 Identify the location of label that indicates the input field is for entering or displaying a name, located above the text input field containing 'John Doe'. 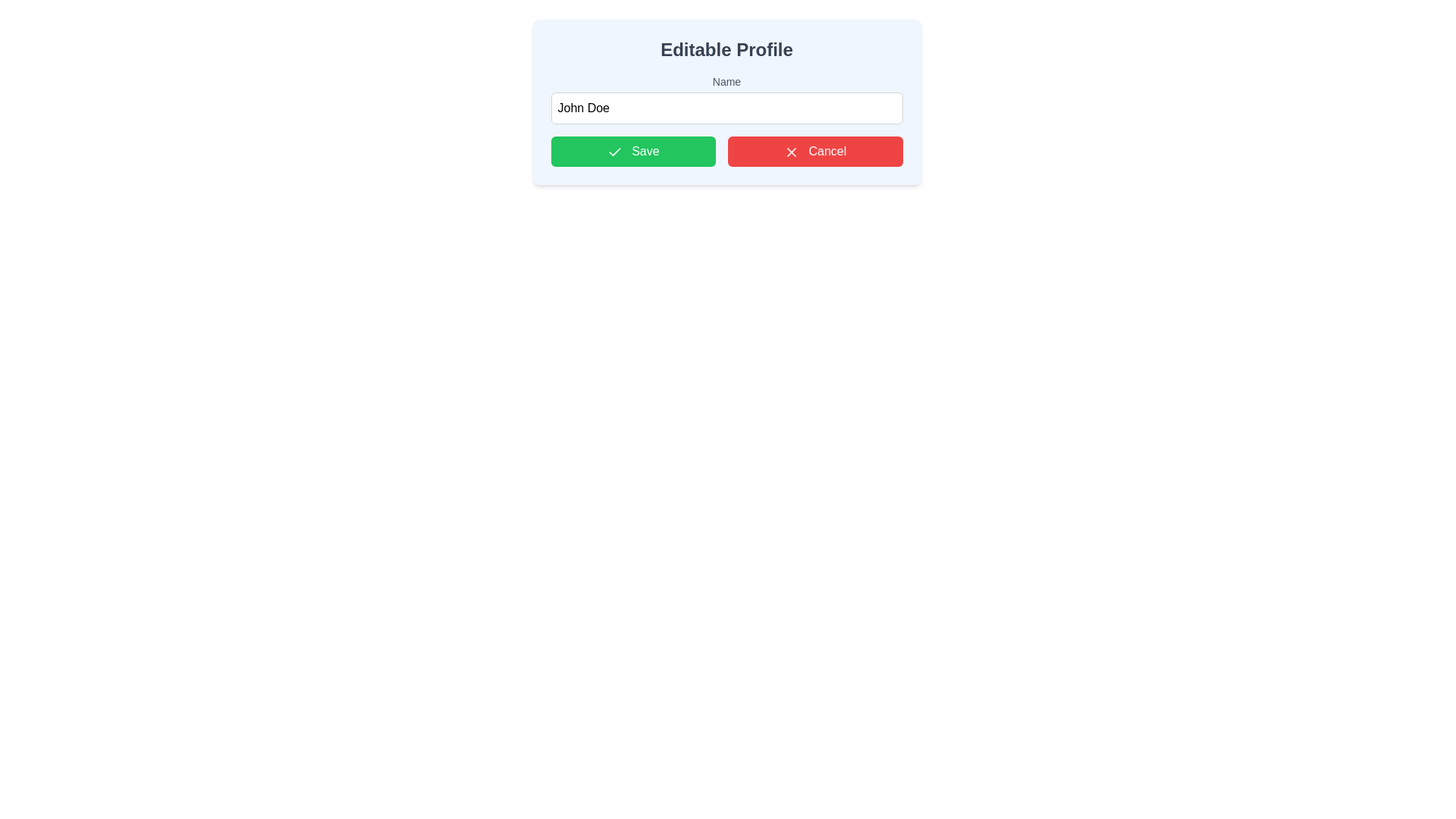
(726, 82).